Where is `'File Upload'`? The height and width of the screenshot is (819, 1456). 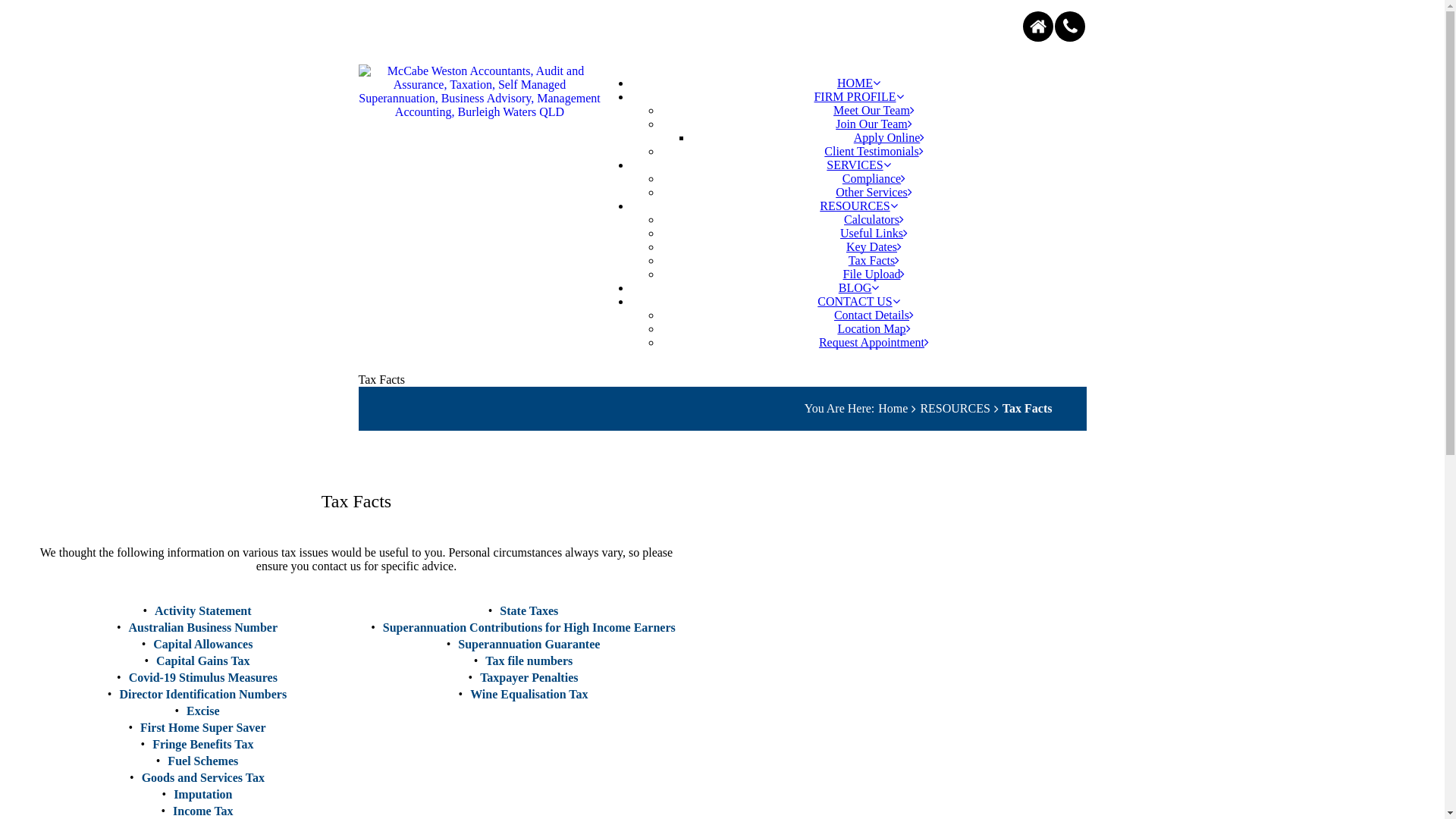
'File Upload' is located at coordinates (874, 274).